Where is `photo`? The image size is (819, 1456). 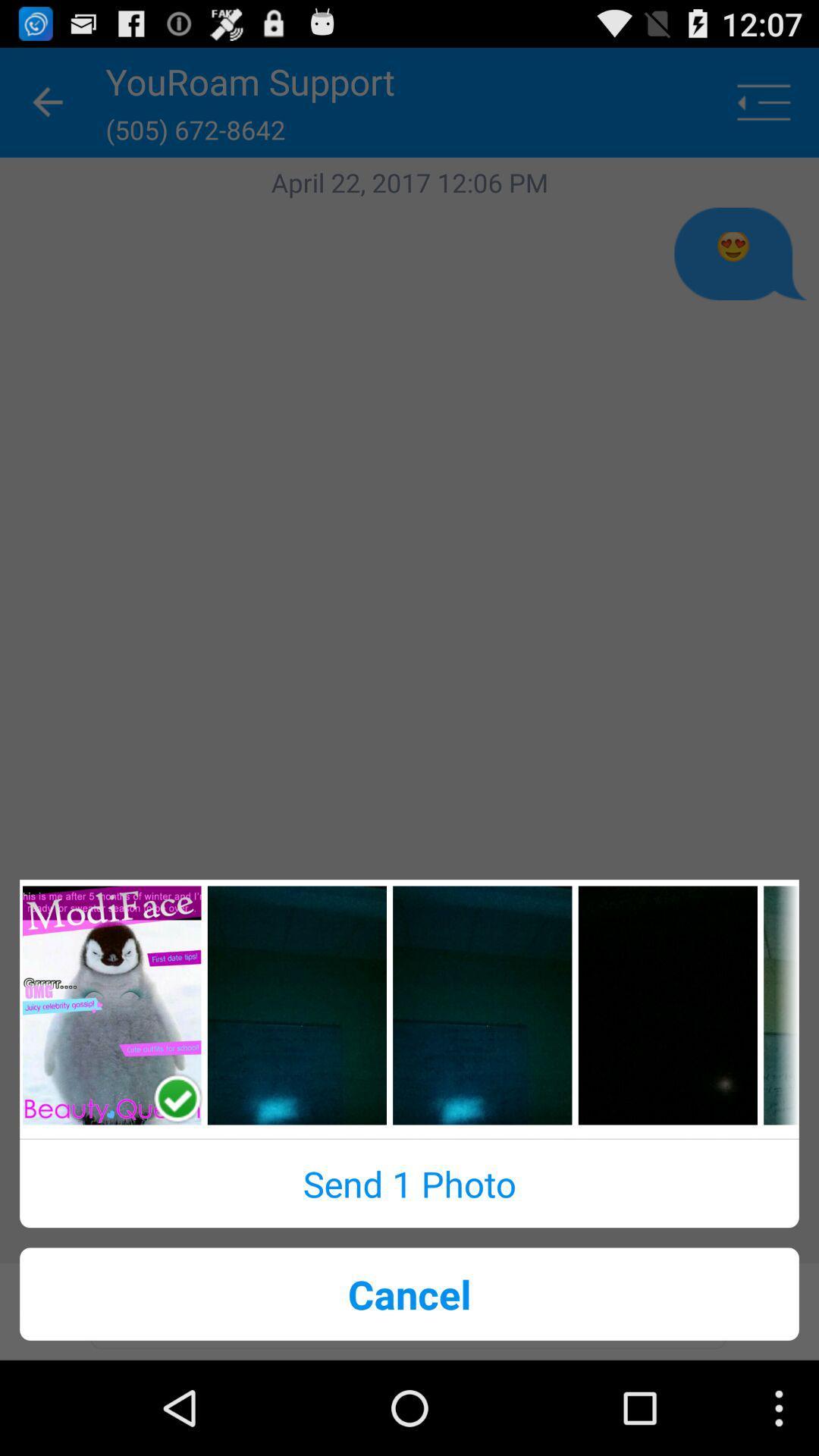
photo is located at coordinates (667, 1005).